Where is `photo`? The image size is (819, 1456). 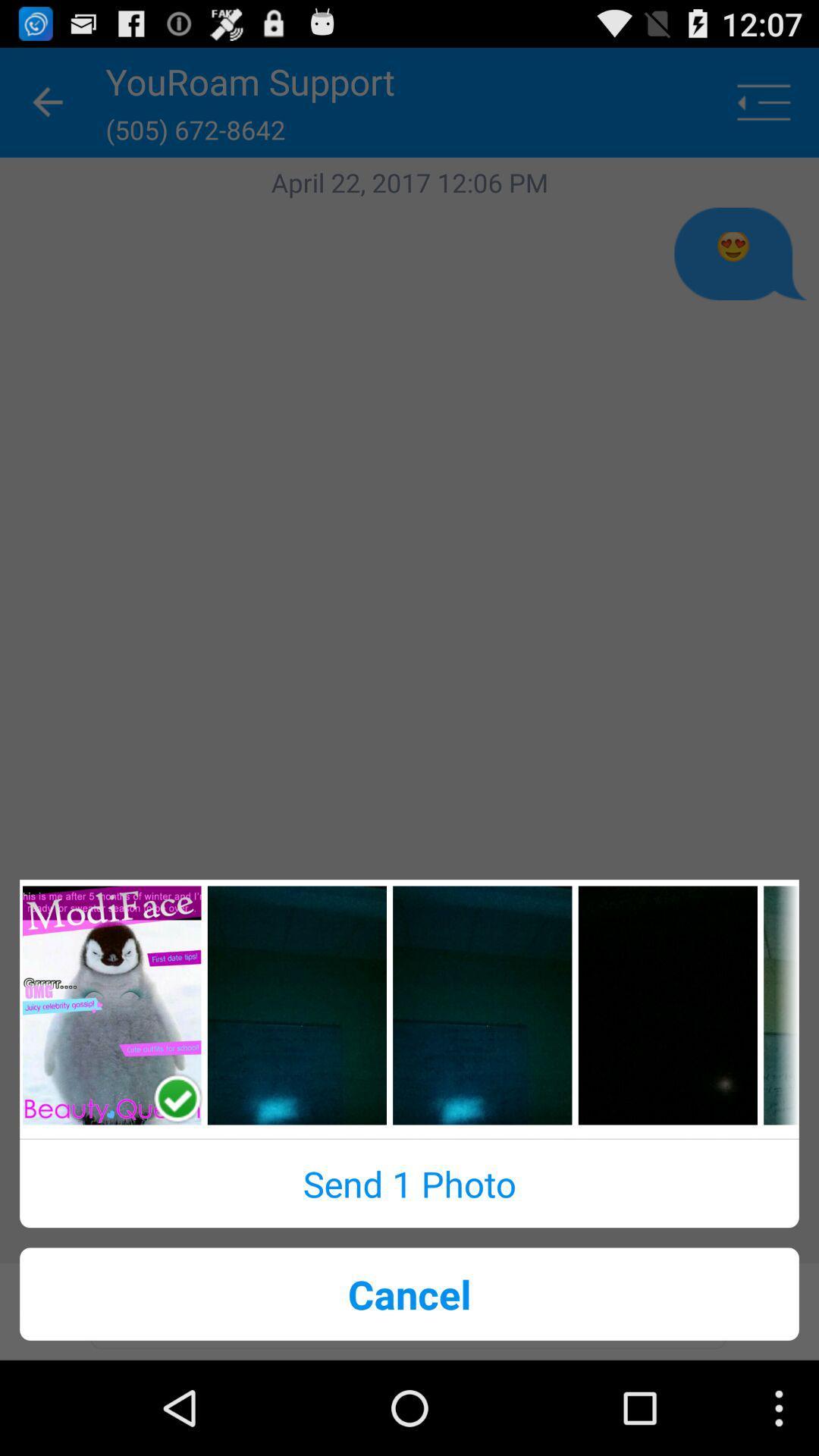
photo is located at coordinates (667, 1005).